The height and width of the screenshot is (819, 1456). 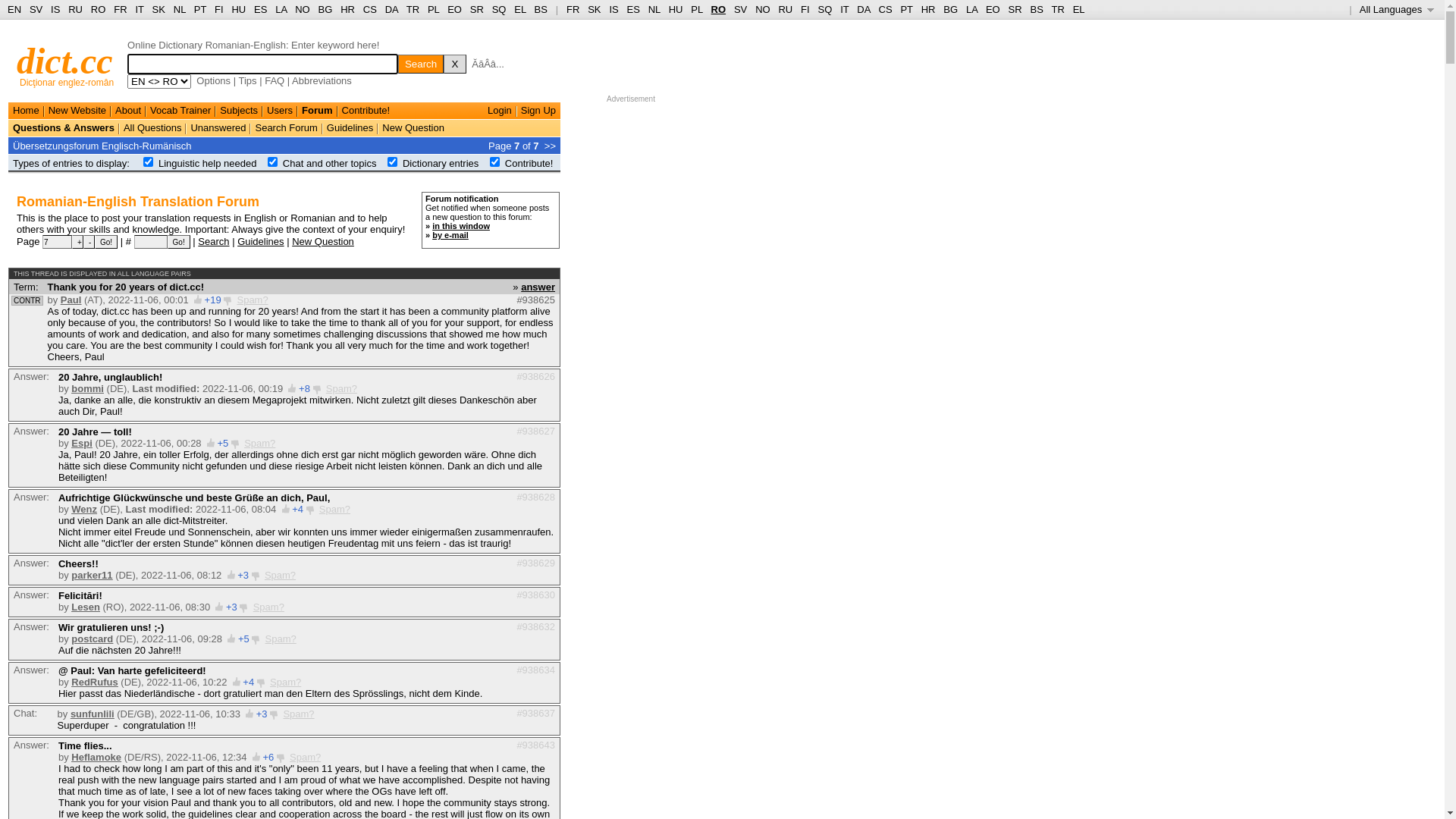 What do you see at coordinates (494, 162) in the screenshot?
I see `'on'` at bounding box center [494, 162].